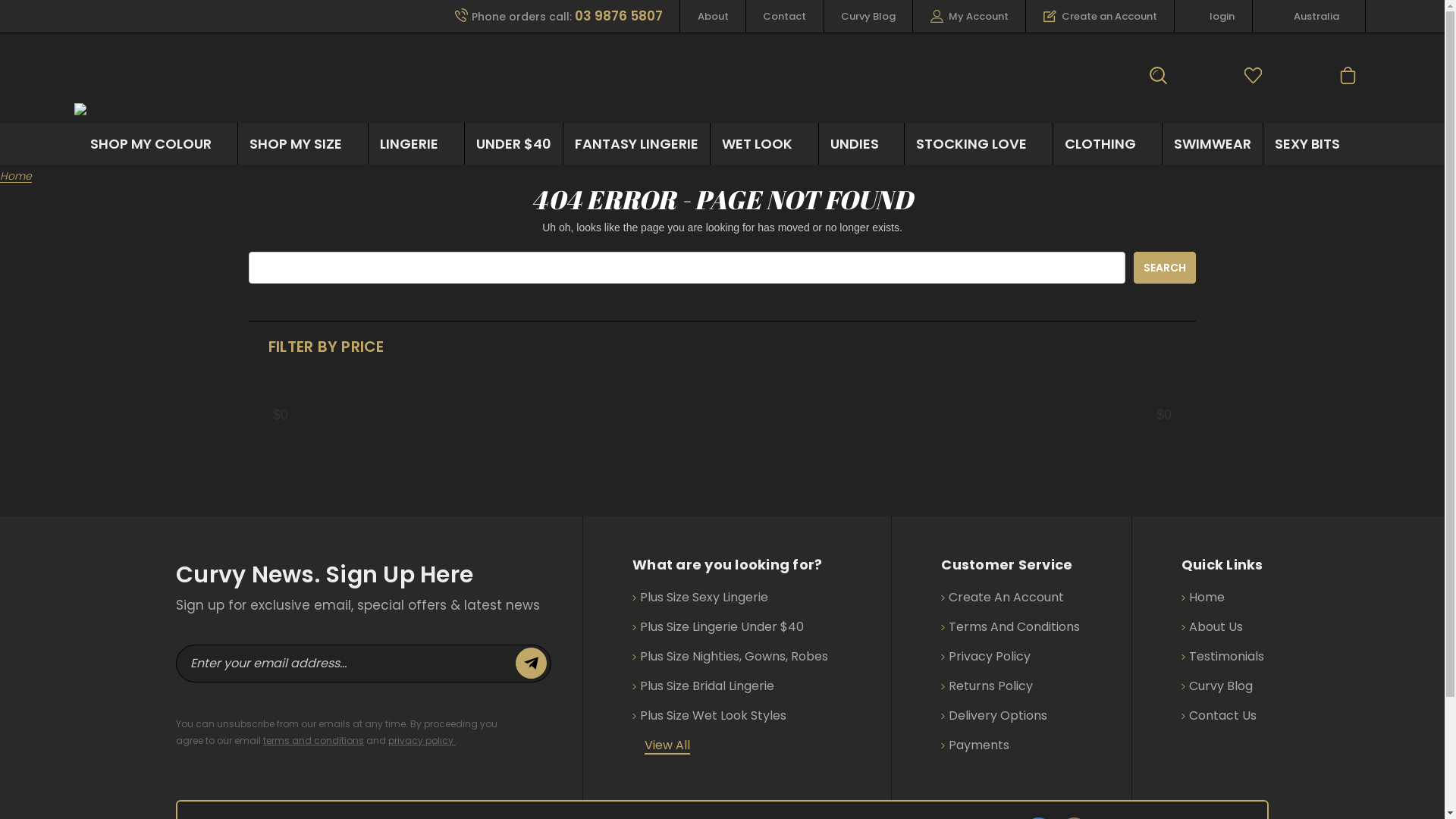 Image resolution: width=1456 pixels, height=819 pixels. I want to click on 'Curvaceously Yours Lingerie', so click(222, 108).